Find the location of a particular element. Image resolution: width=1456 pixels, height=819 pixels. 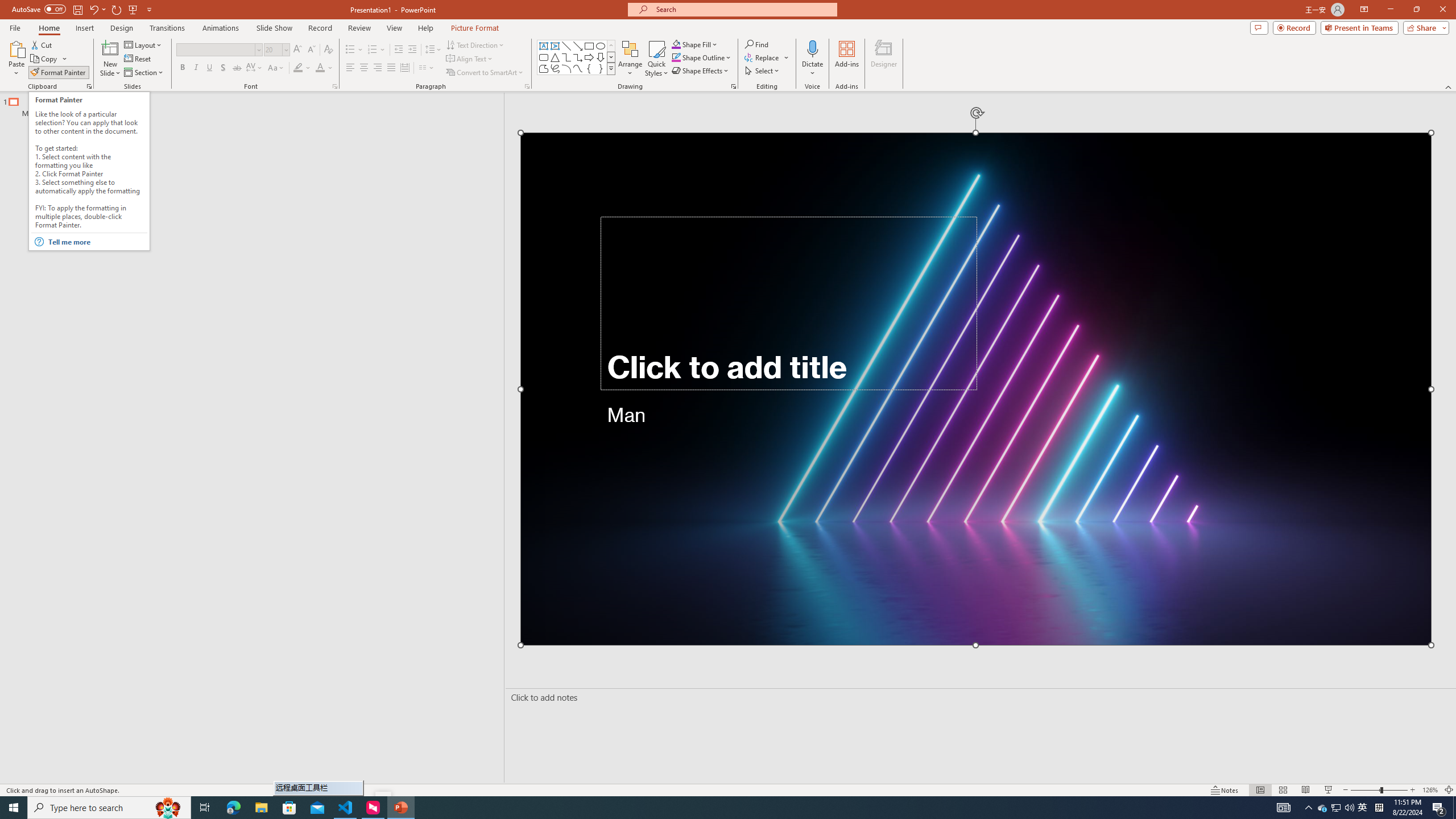

'Section' is located at coordinates (144, 72).